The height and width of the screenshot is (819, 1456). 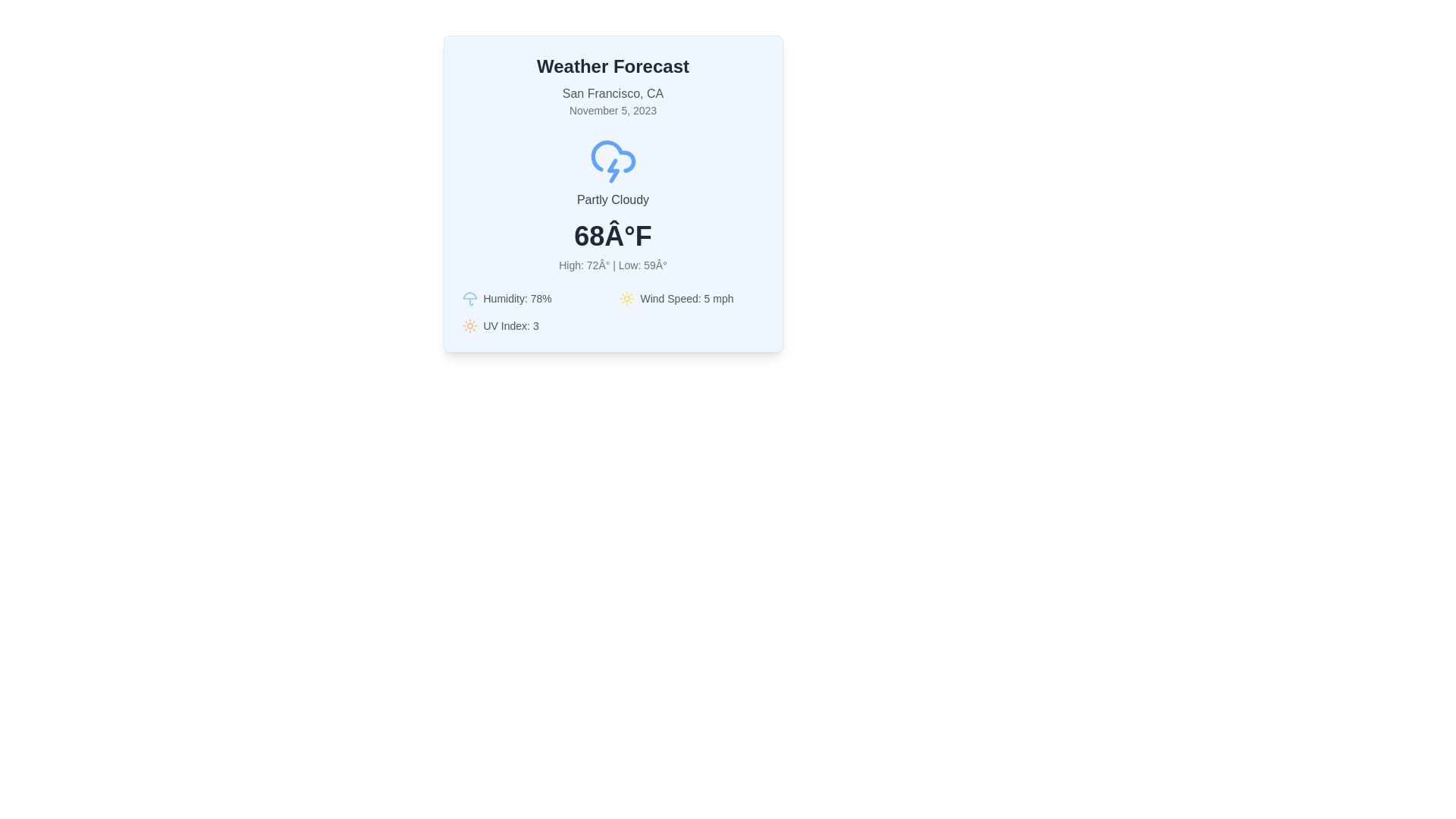 I want to click on the text label displaying 'Humidity: 78%' within the weather forecast interface, so click(x=517, y=298).